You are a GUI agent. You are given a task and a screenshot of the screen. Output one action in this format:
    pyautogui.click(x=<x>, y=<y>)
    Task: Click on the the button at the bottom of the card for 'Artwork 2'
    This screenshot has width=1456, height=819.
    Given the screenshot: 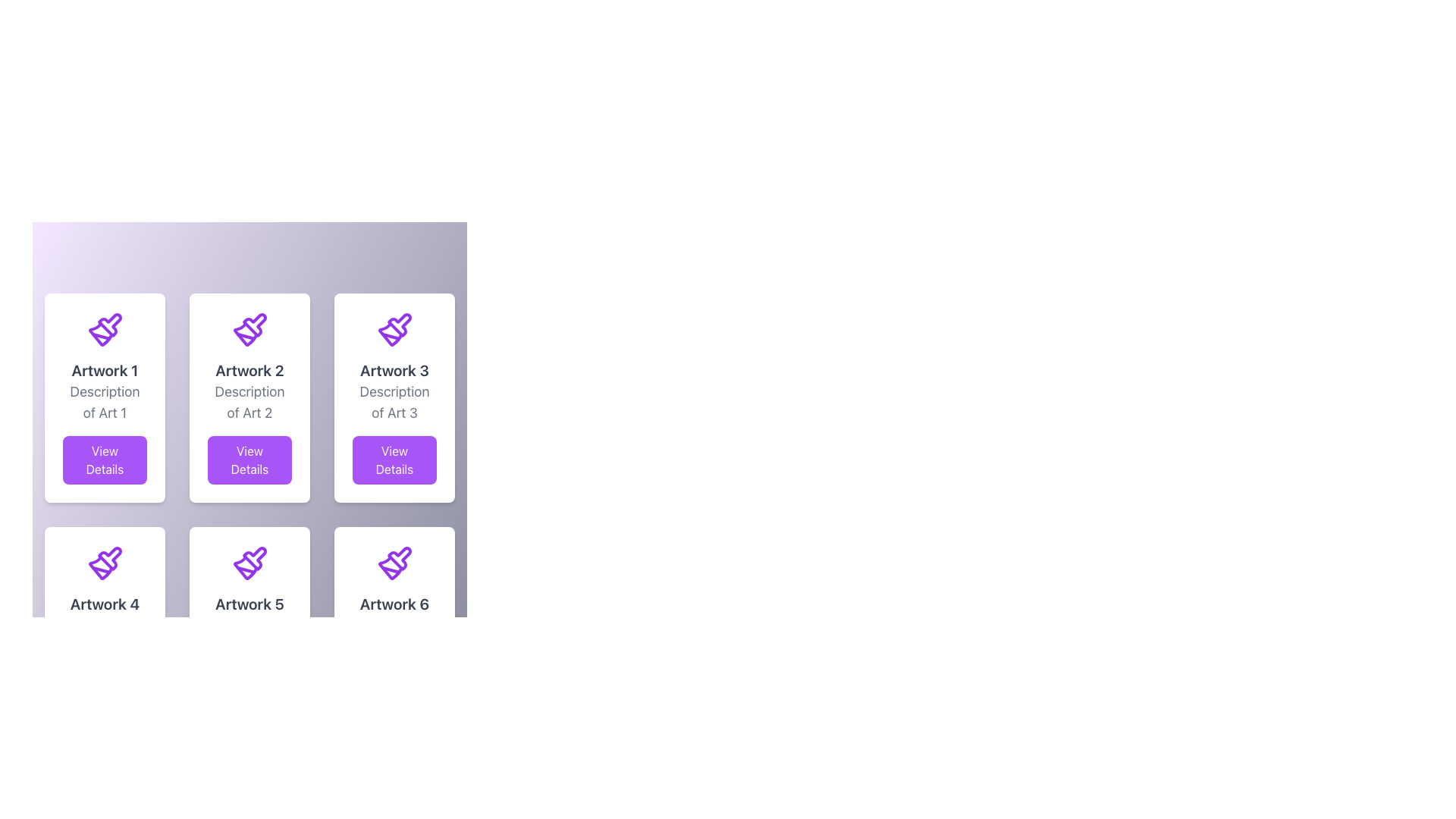 What is the action you would take?
    pyautogui.click(x=249, y=459)
    